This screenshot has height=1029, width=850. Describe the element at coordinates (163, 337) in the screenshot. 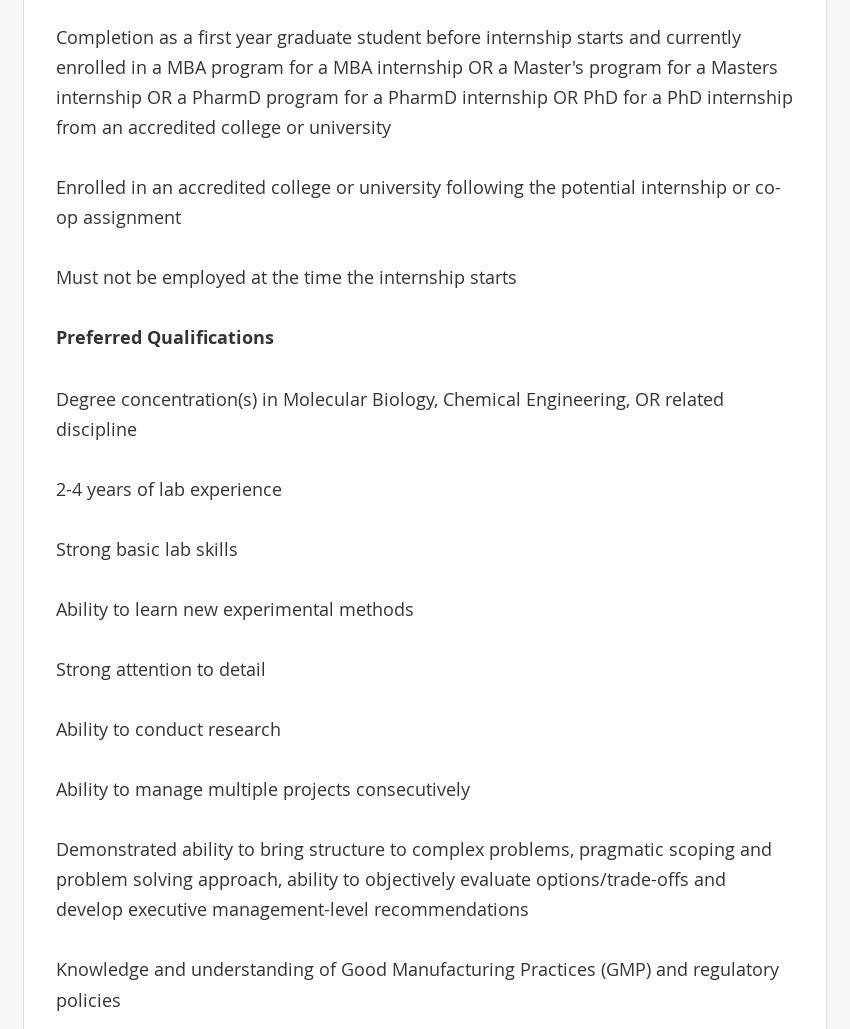

I see `'Preferred Qualifications'` at that location.